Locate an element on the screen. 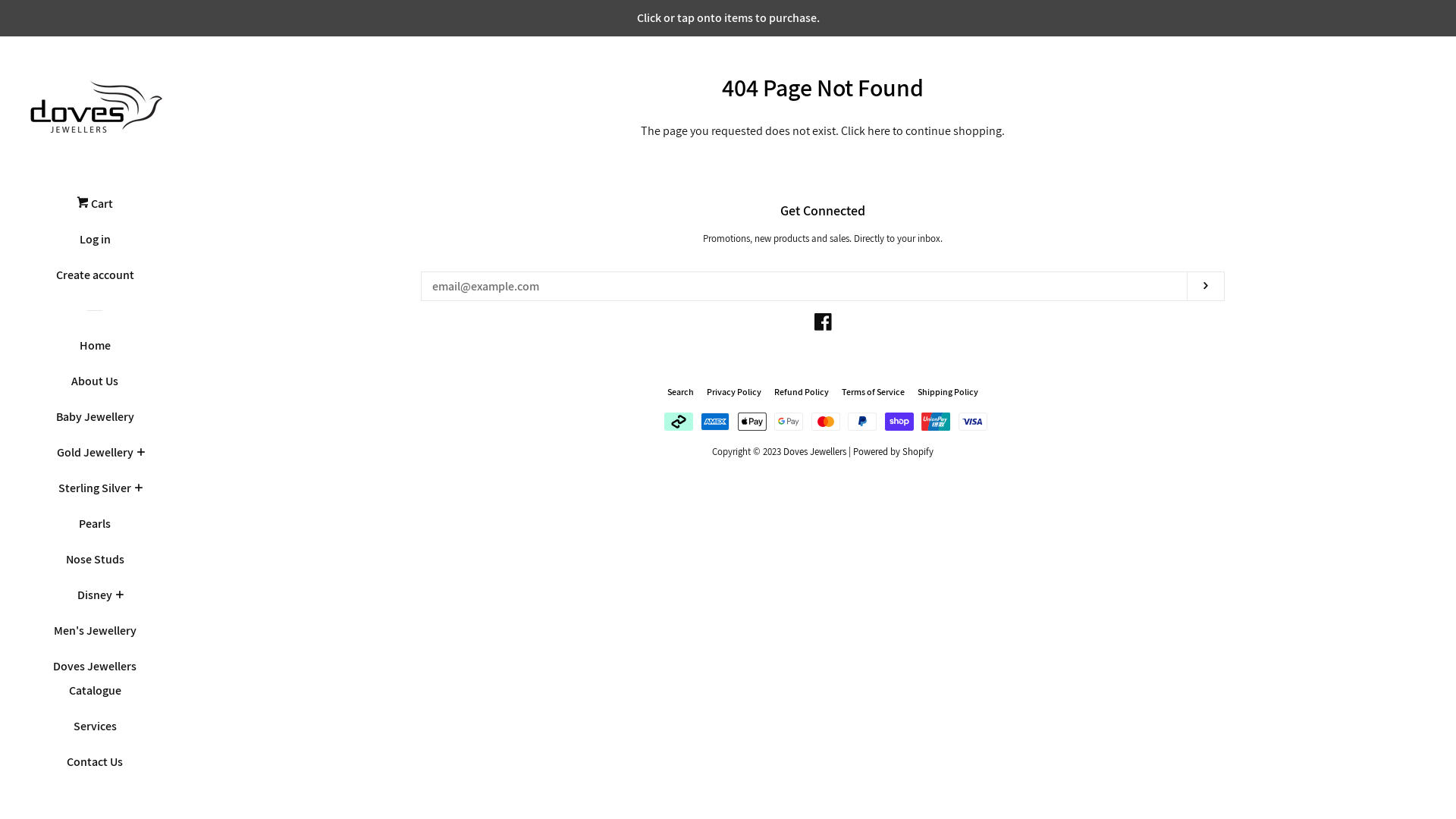  'Cart' is located at coordinates (93, 209).